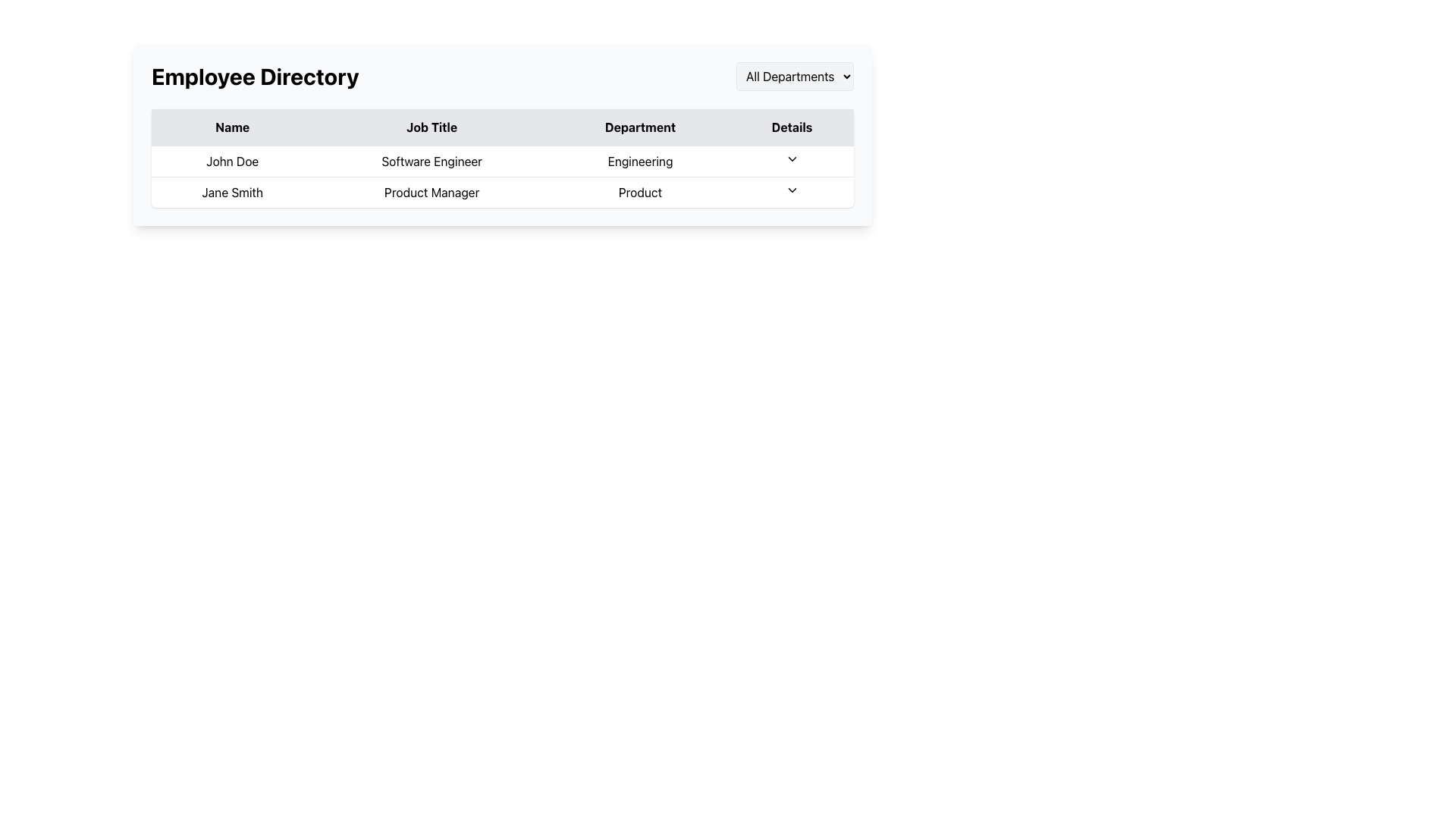 This screenshot has width=1456, height=819. I want to click on the downward-pointing chevron icon in the 'Details' column of the second row (Product Manager) in the 'Employee Directory' table, so click(791, 189).